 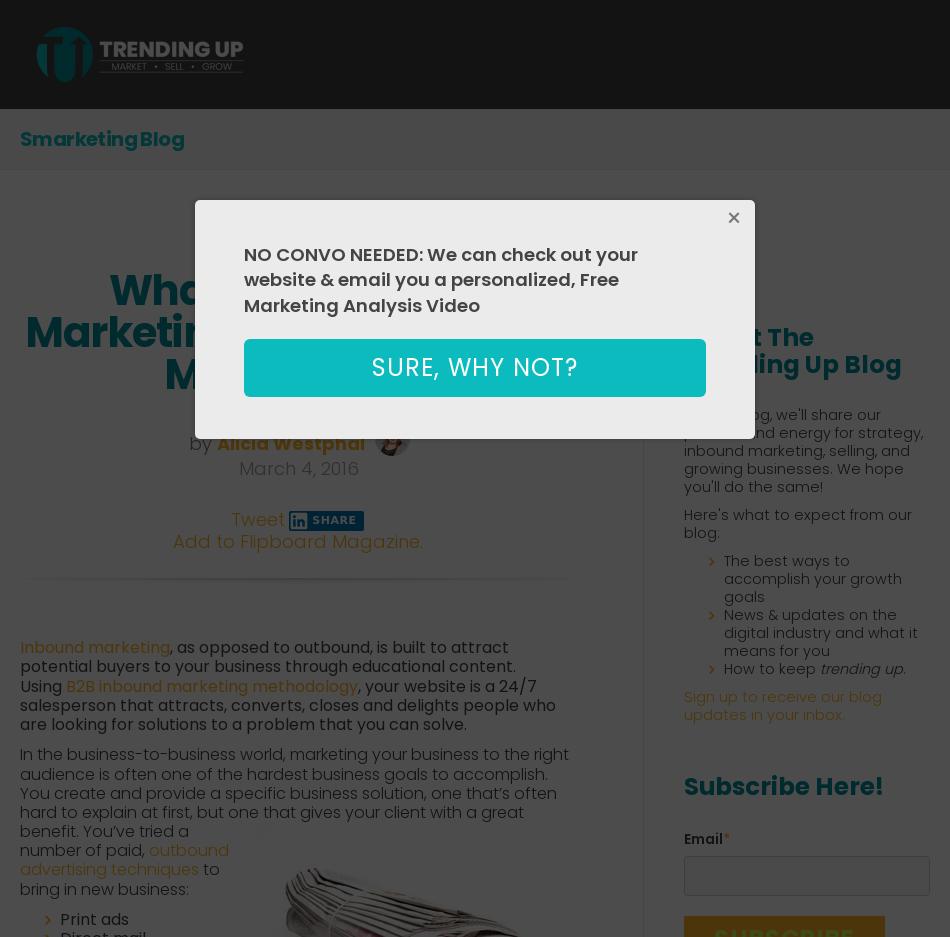 What do you see at coordinates (102, 138) in the screenshot?
I see `'Smarketing Blog'` at bounding box center [102, 138].